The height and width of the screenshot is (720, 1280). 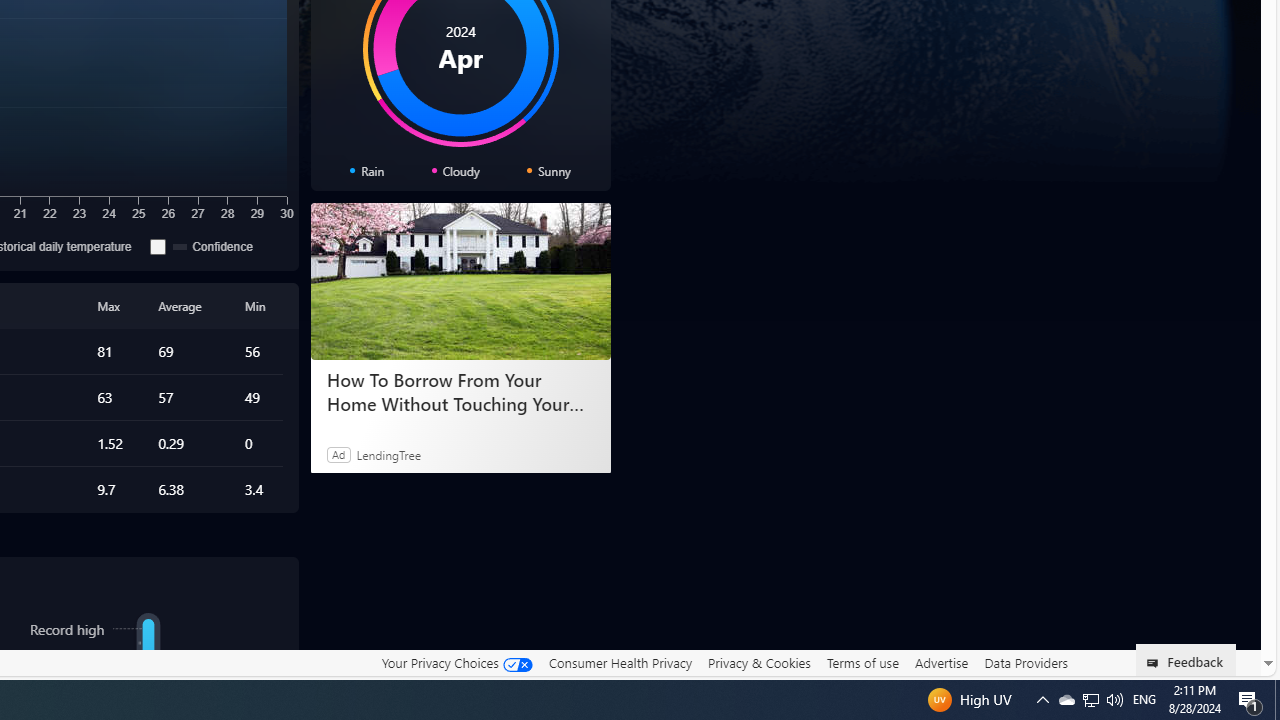 I want to click on 'Consumer Health Privacy', so click(x=619, y=662).